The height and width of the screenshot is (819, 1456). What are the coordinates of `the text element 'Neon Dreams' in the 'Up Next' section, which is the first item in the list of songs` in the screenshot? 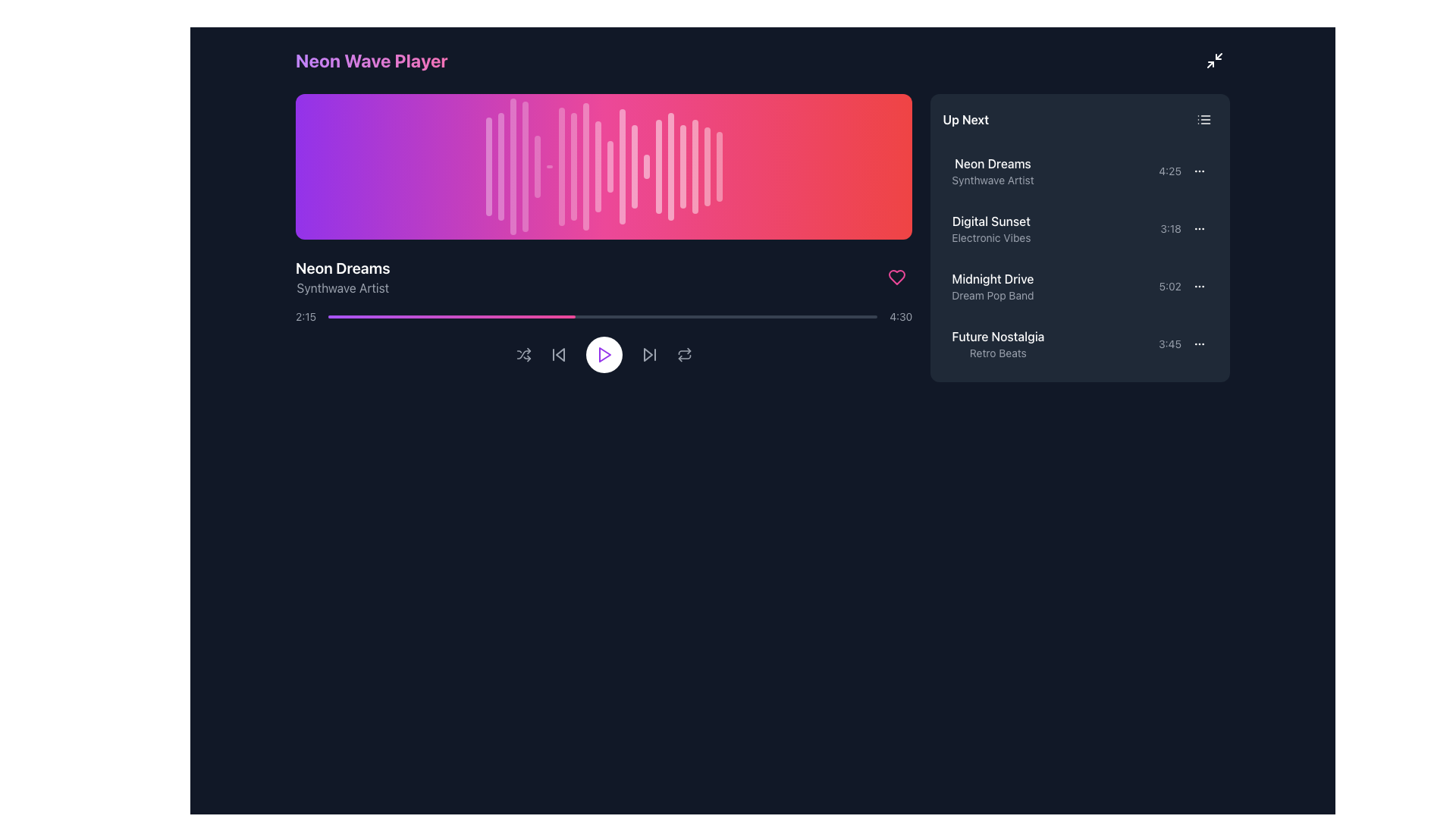 It's located at (993, 171).